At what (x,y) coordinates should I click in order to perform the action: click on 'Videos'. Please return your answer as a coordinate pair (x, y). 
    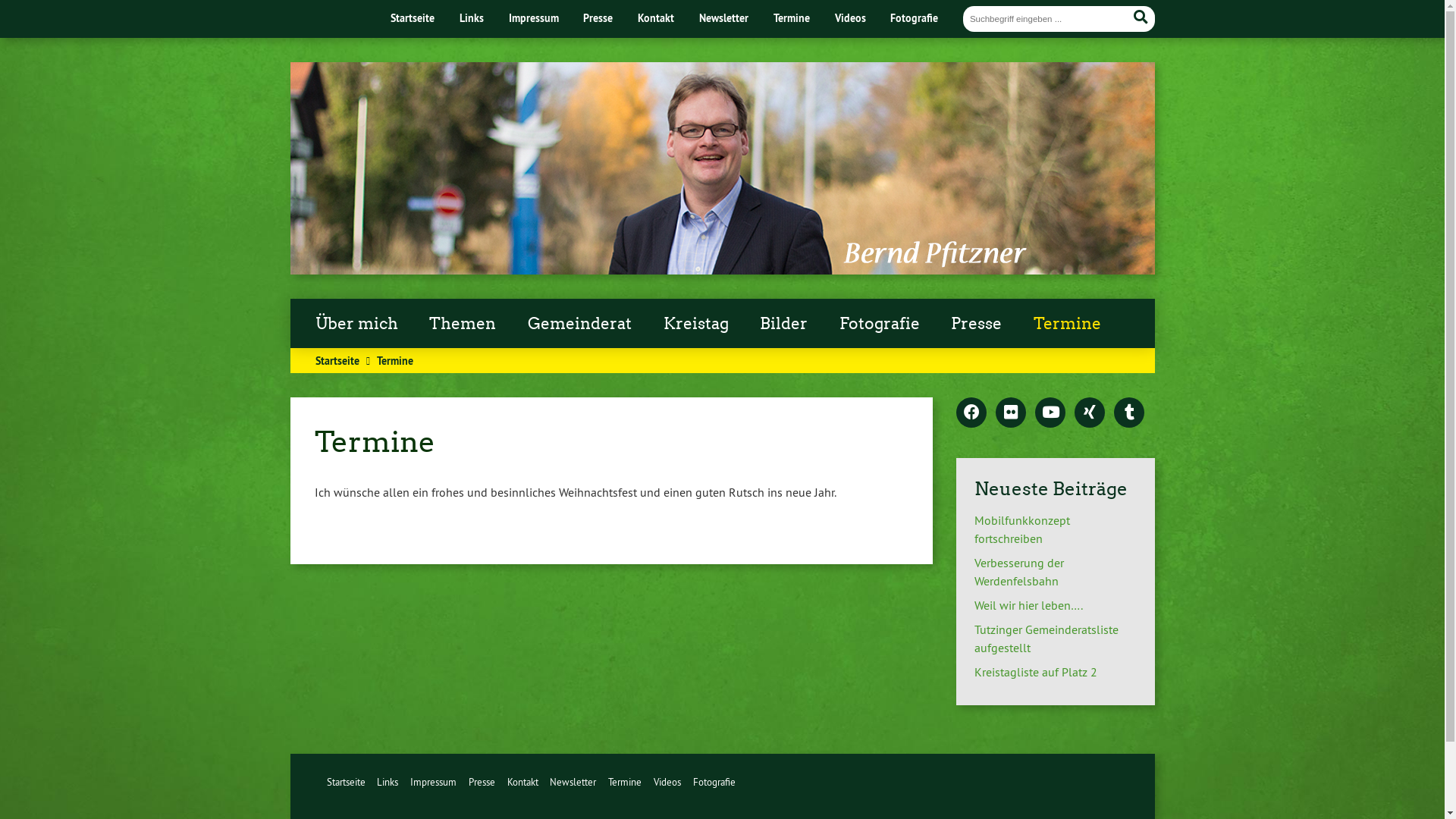
    Looking at the image, I should click on (654, 781).